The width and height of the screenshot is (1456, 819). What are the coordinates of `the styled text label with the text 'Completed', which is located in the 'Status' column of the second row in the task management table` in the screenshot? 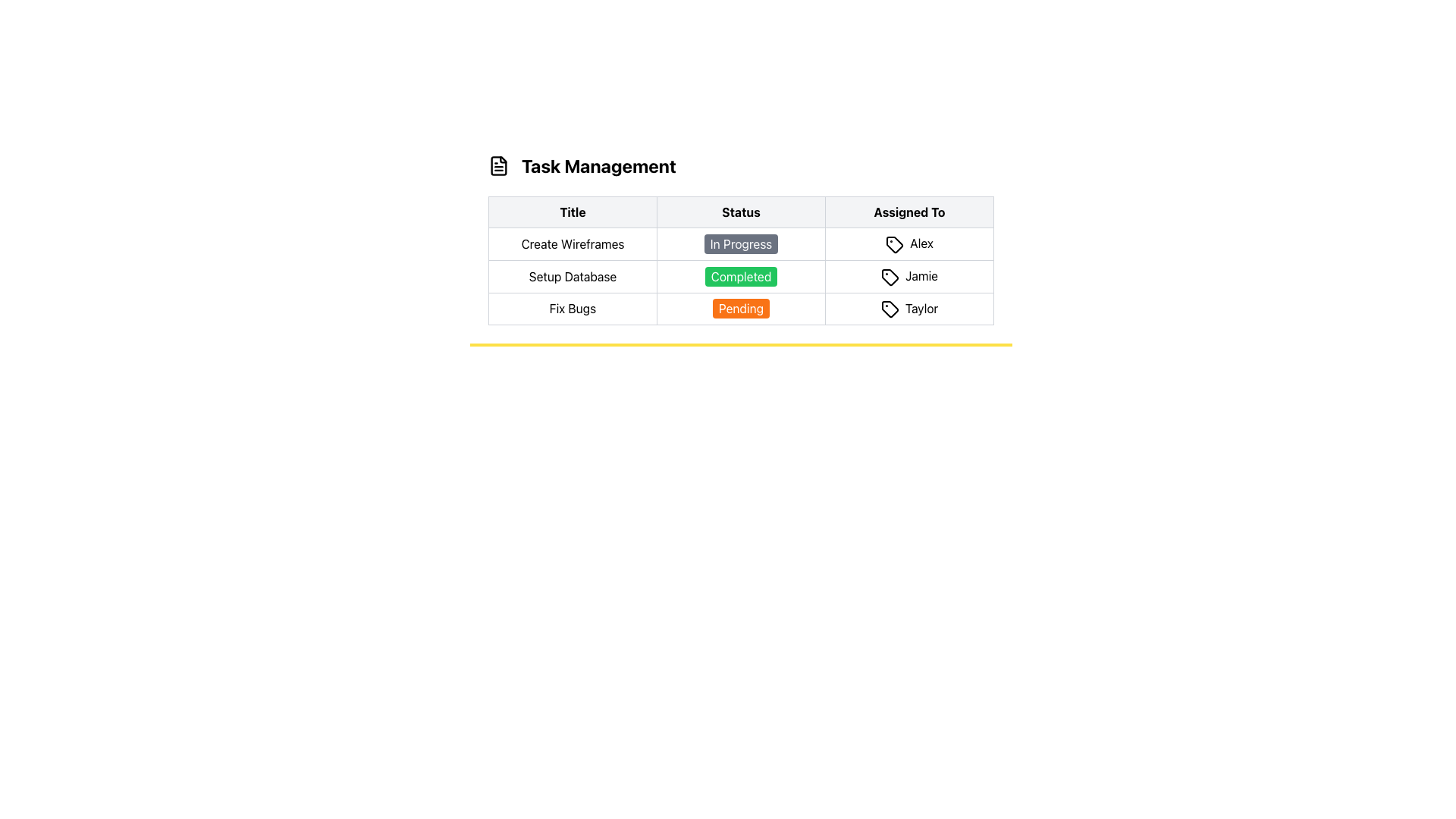 It's located at (741, 276).